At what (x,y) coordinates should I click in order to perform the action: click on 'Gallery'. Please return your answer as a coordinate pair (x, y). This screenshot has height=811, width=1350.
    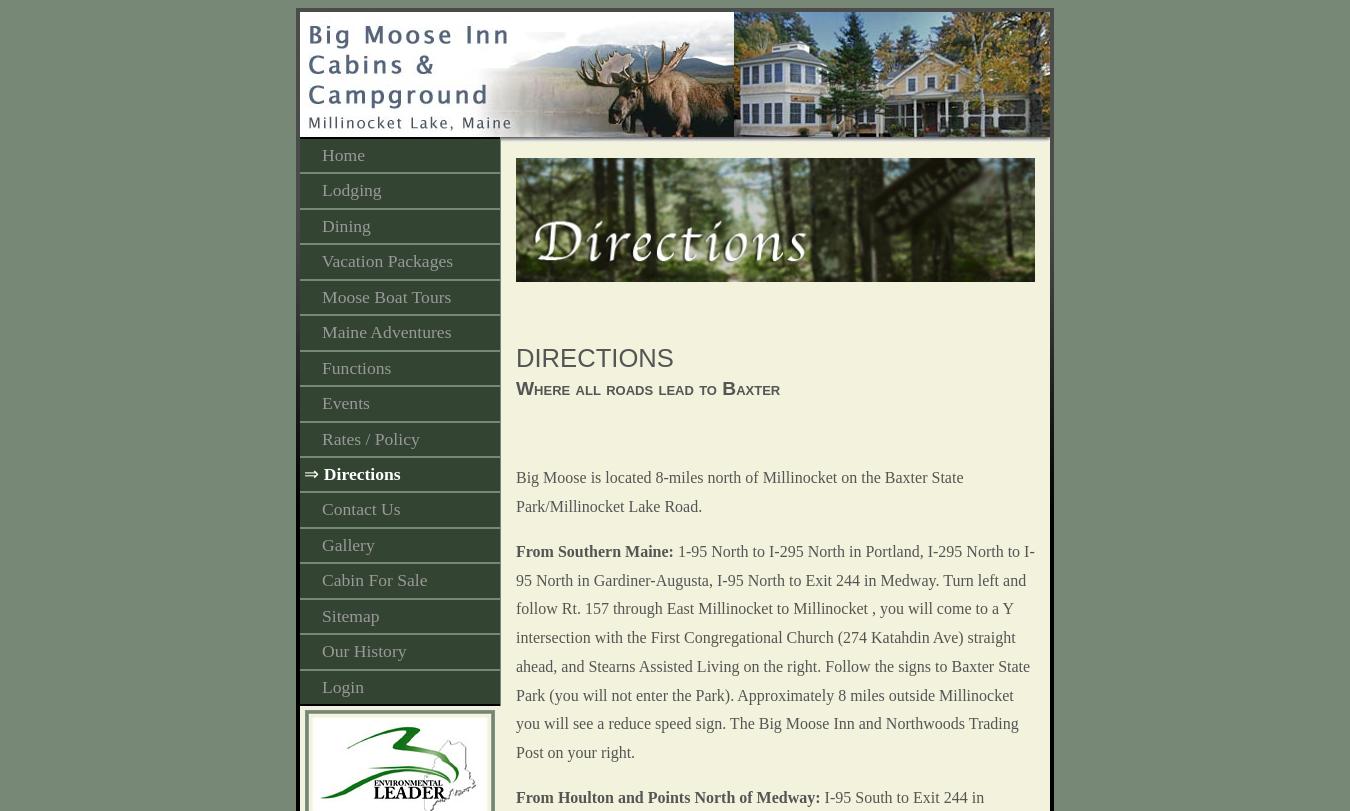
    Looking at the image, I should click on (348, 543).